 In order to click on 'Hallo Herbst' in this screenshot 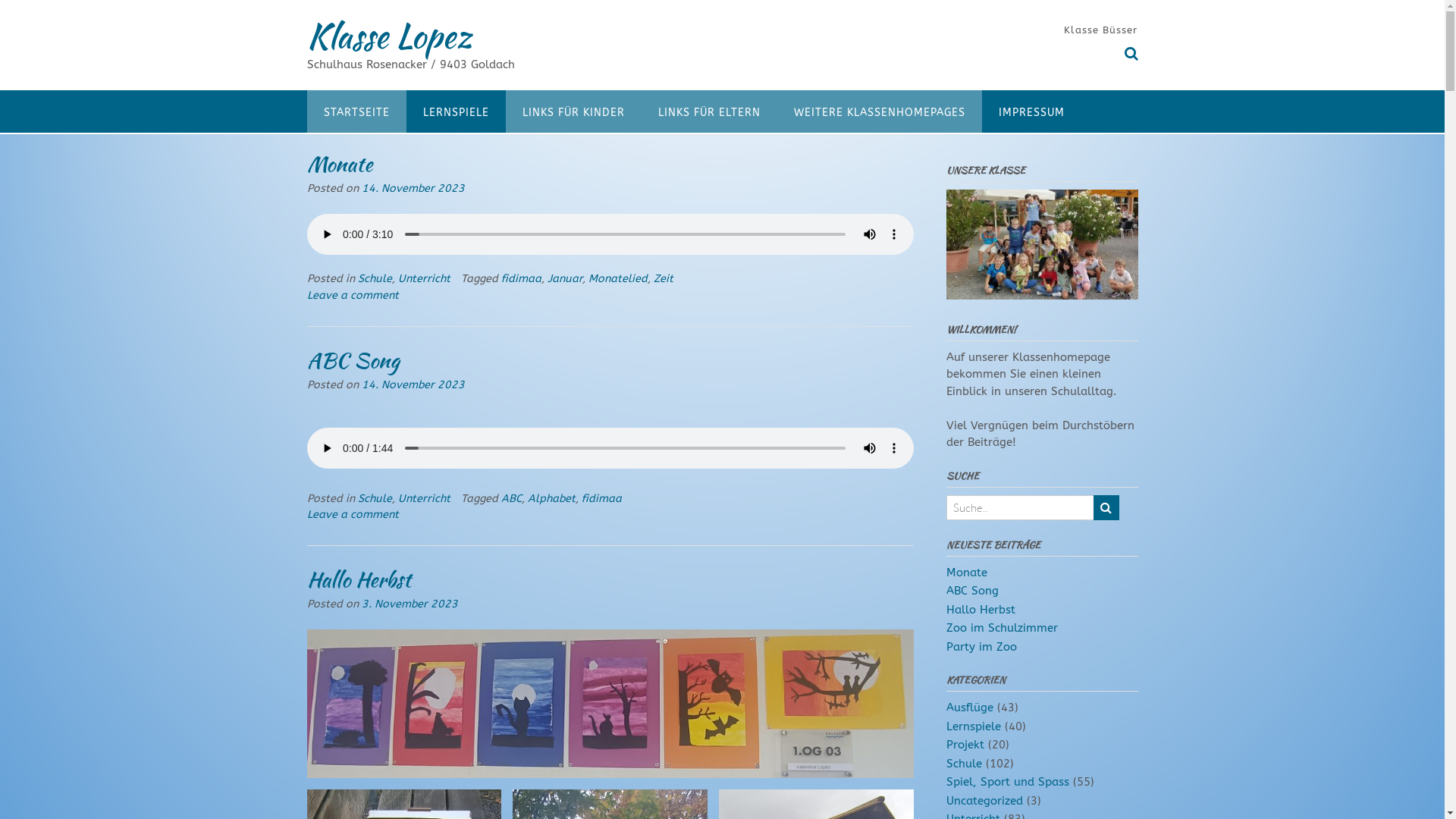, I will do `click(357, 579)`.